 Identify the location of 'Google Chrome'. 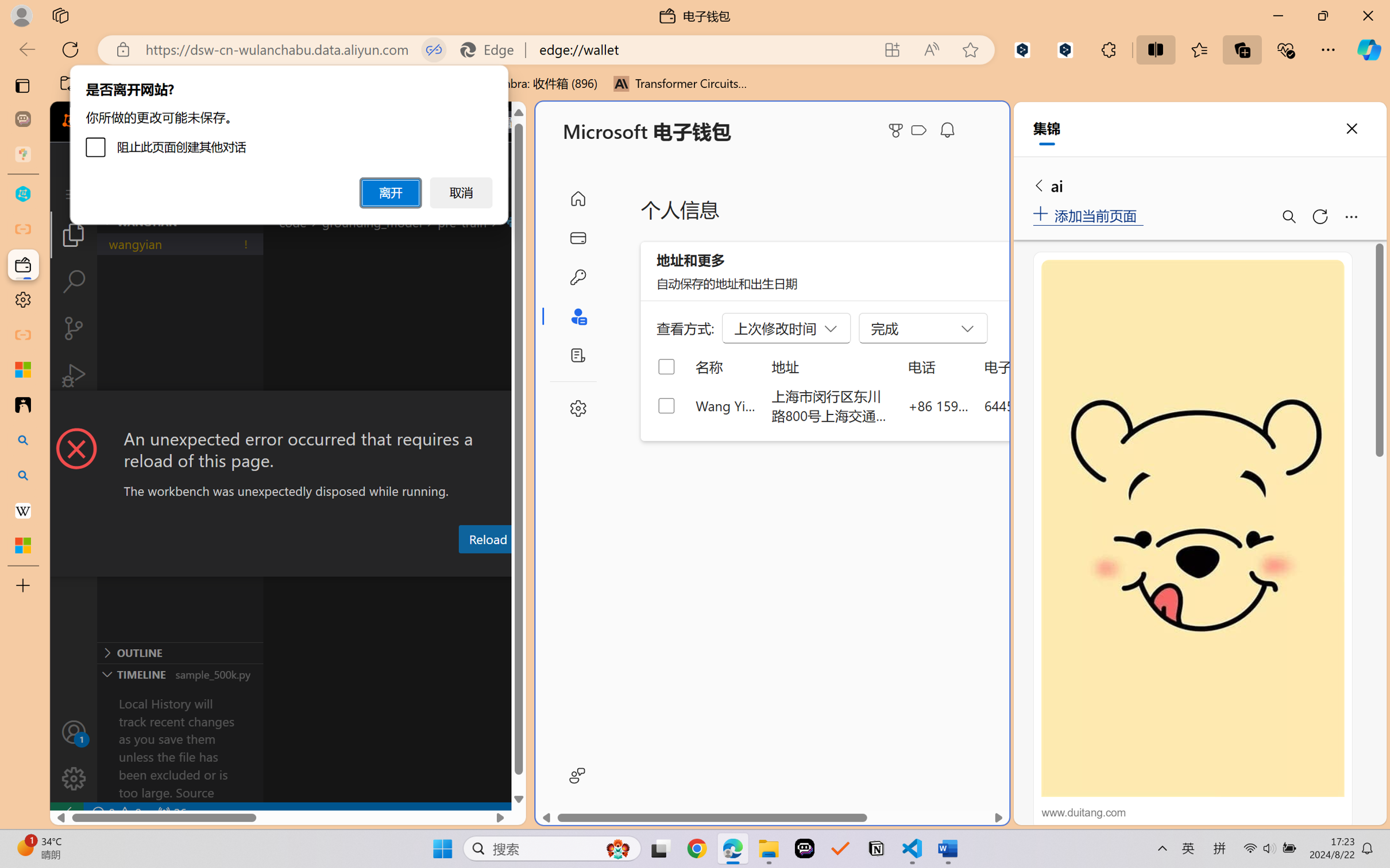
(697, 848).